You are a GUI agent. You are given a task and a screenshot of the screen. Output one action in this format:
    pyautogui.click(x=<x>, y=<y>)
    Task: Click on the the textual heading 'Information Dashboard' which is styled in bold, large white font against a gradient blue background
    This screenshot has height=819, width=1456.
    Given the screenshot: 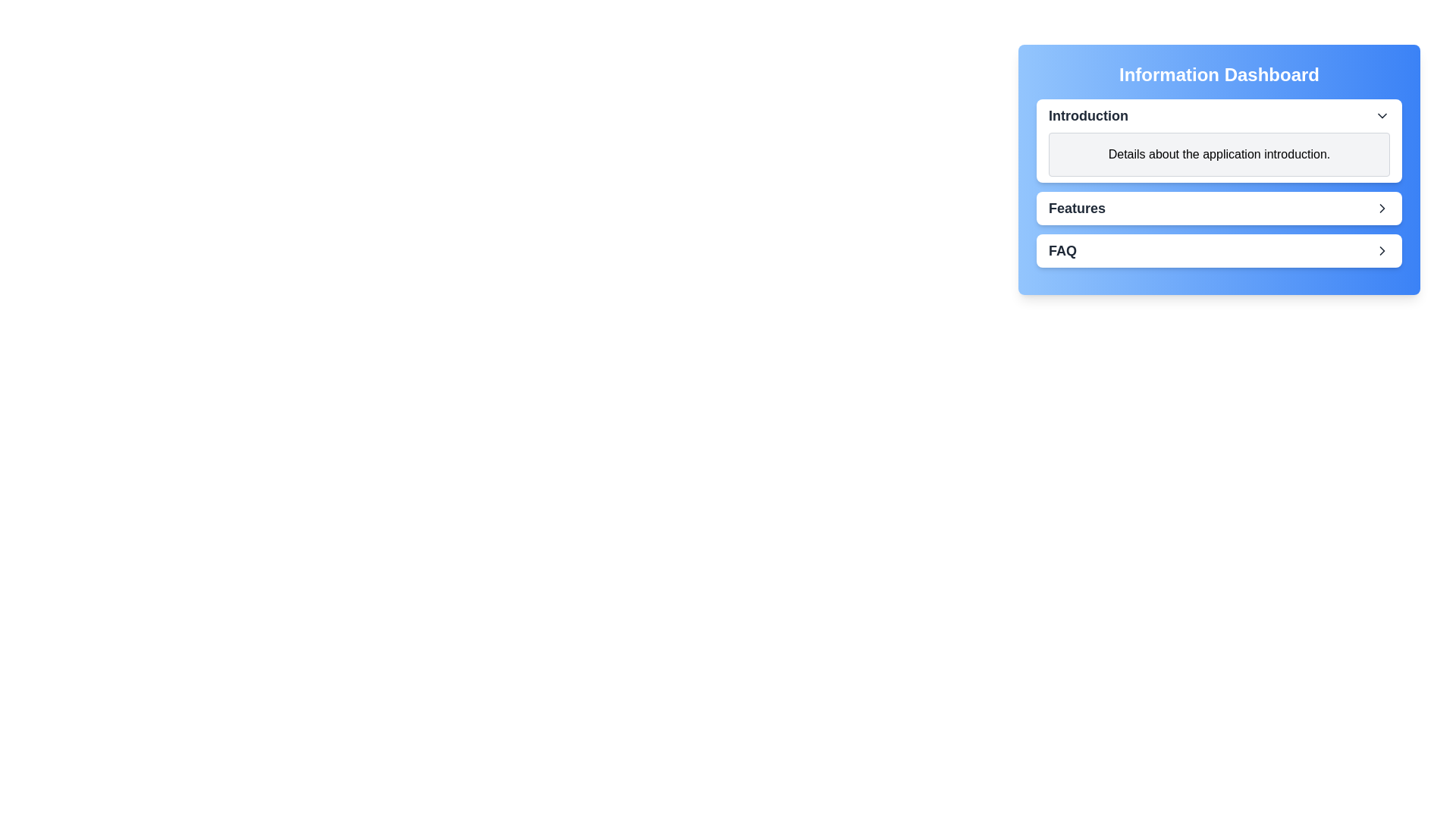 What is the action you would take?
    pyautogui.click(x=1219, y=75)
    